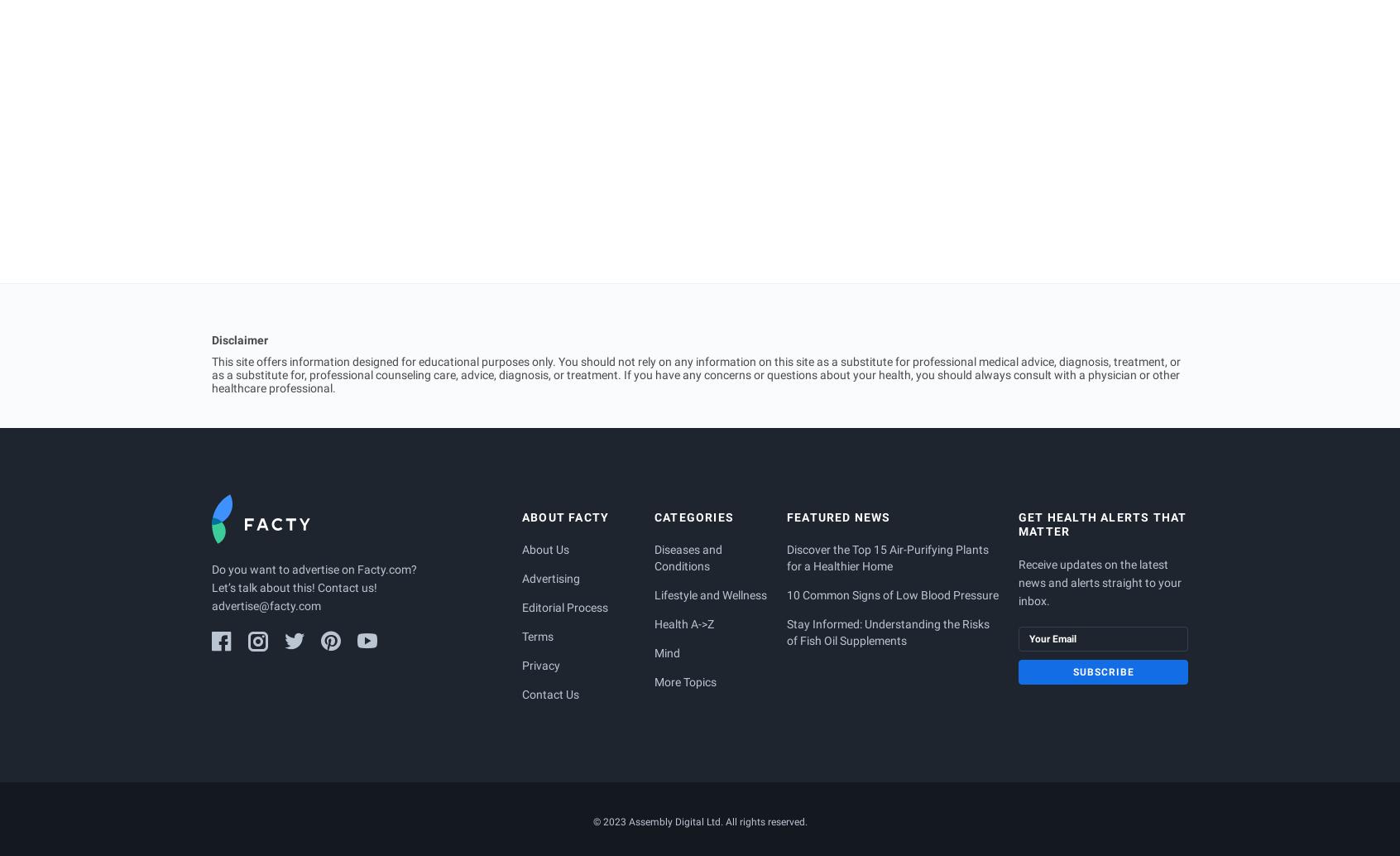  Describe the element at coordinates (612, 820) in the screenshot. I see `'2023'` at that location.